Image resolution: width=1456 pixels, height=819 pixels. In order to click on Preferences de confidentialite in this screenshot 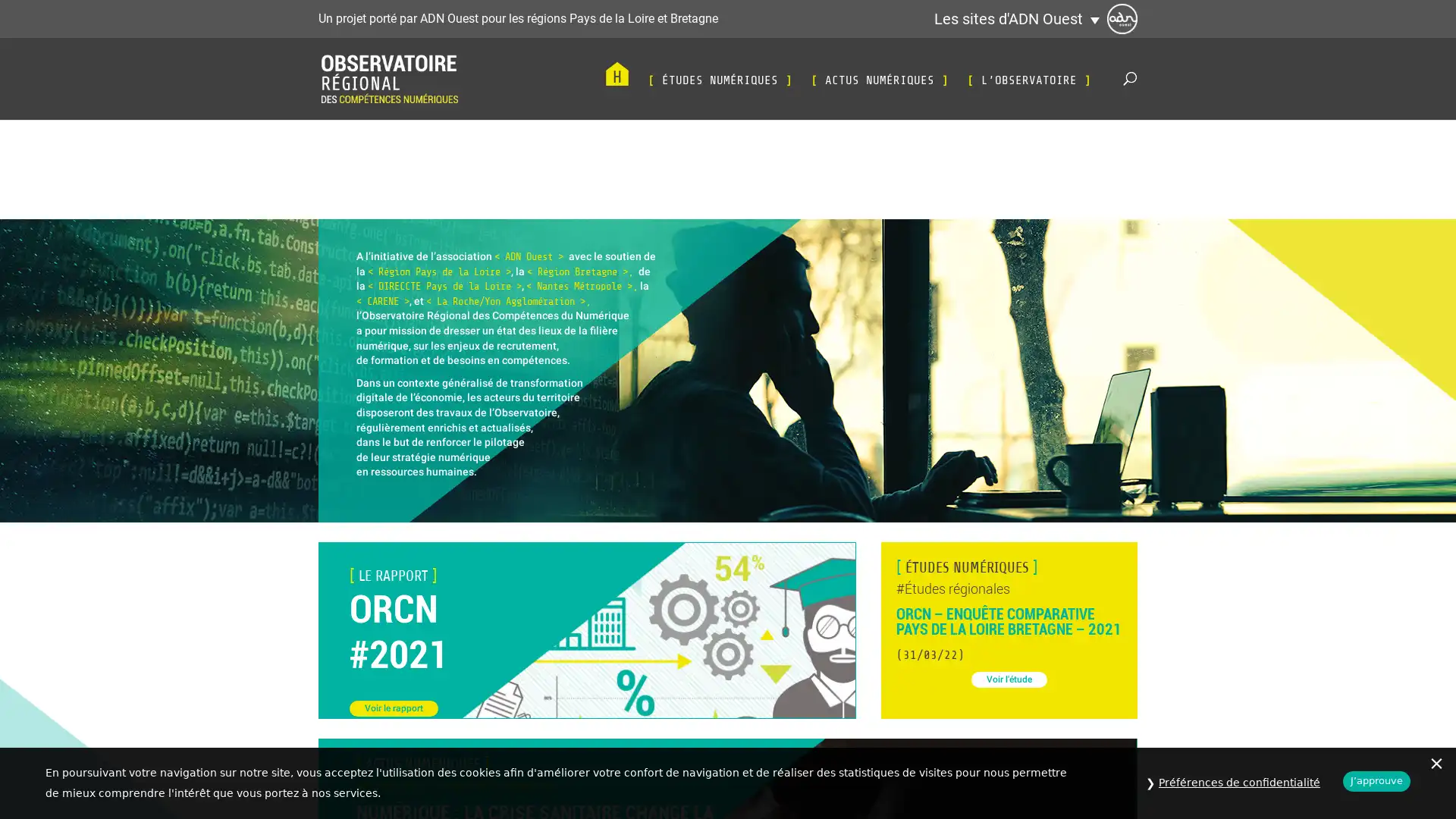, I will do `click(1239, 783)`.